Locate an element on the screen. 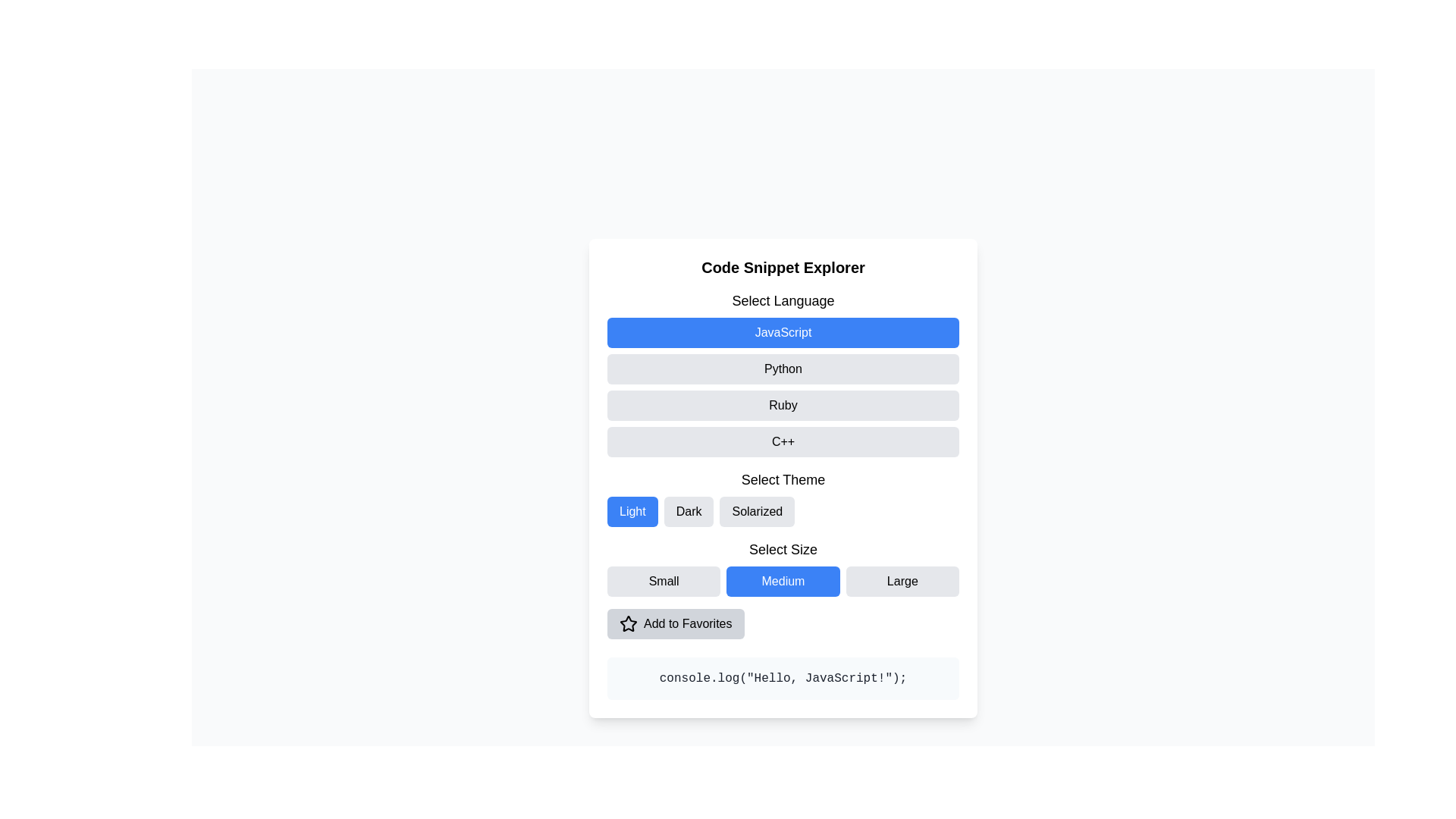  the text label that indicates the action of adding an item to the favorites list, which is aligned to the right of a star-shaped icon in a rectangular button component is located at coordinates (687, 623).